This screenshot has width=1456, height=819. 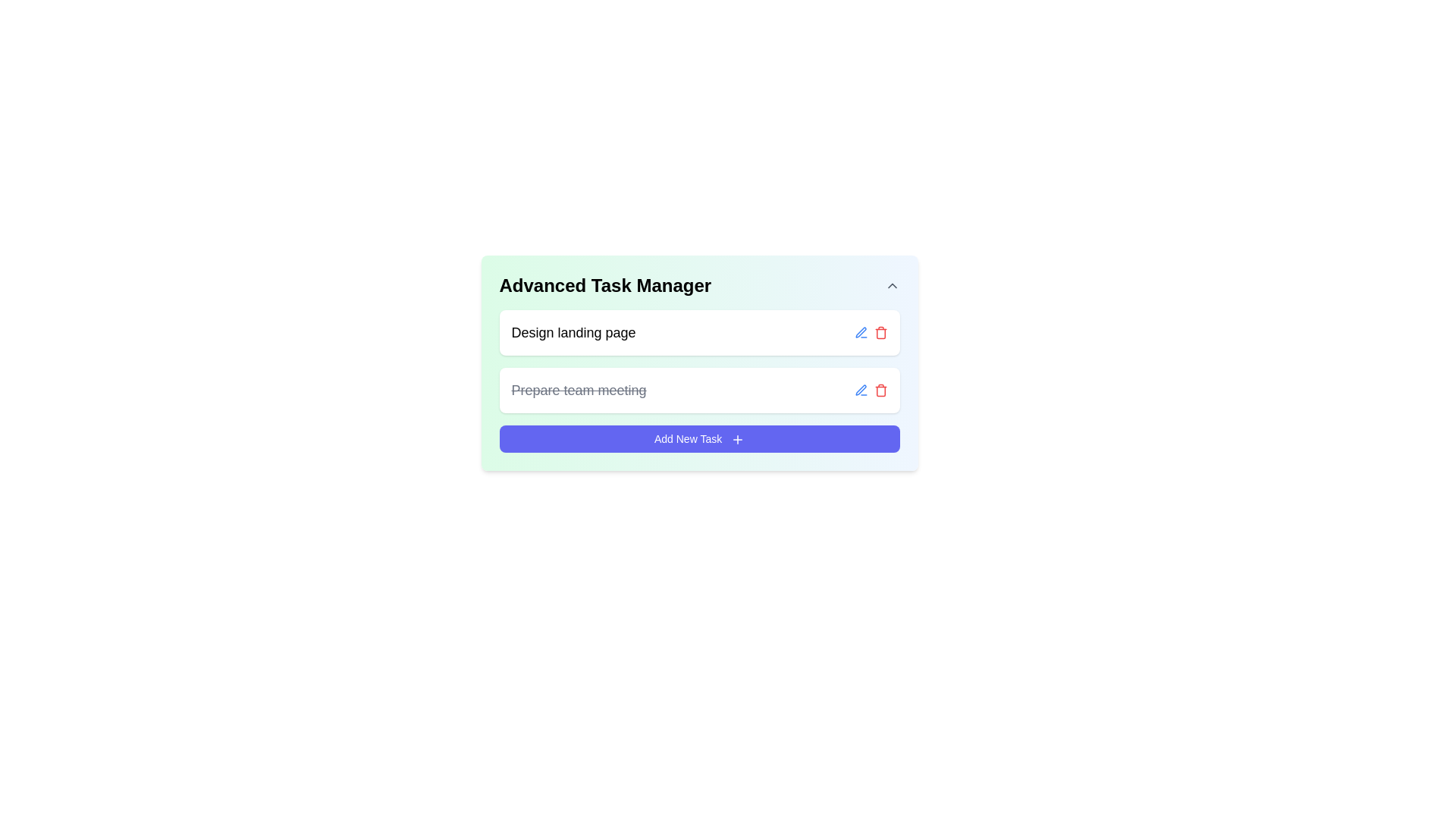 I want to click on the upward-pointing chevron button in the top-right corner of the 'Advanced Task Manager' section, so click(x=892, y=286).